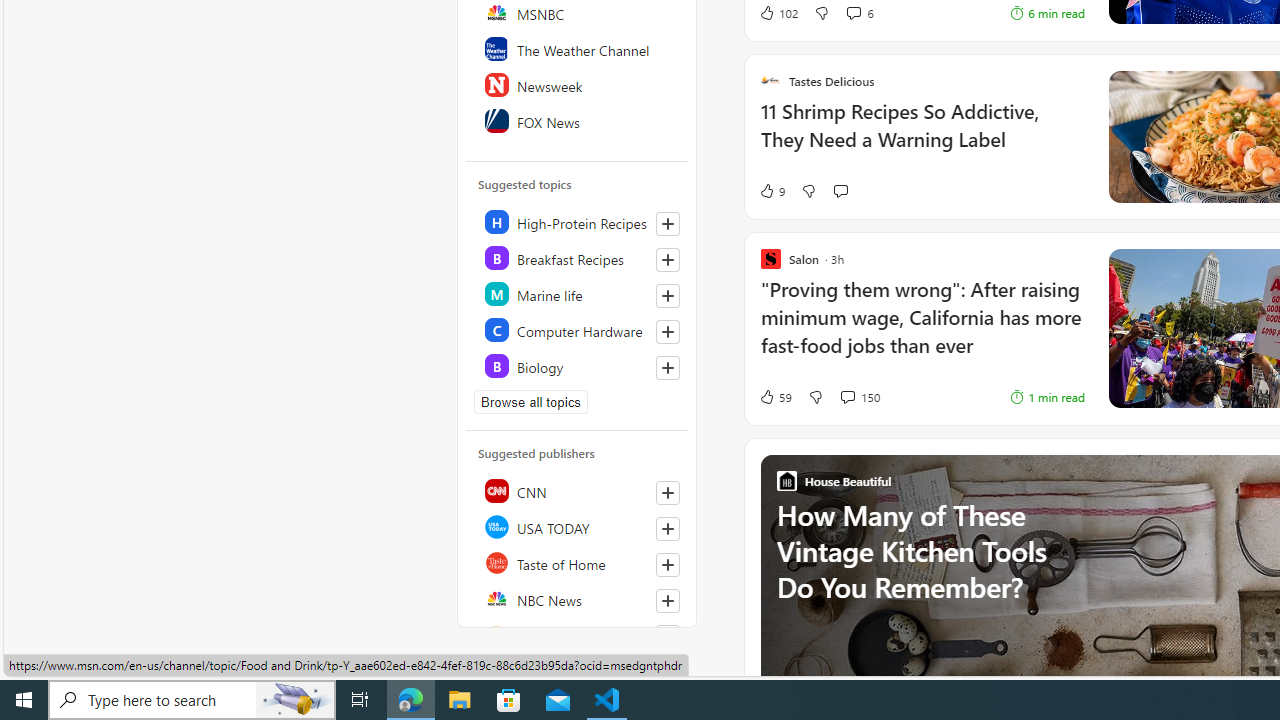  What do you see at coordinates (921, 135) in the screenshot?
I see `'11 Shrimp Recipes So Addictive, They Need a Warning Label'` at bounding box center [921, 135].